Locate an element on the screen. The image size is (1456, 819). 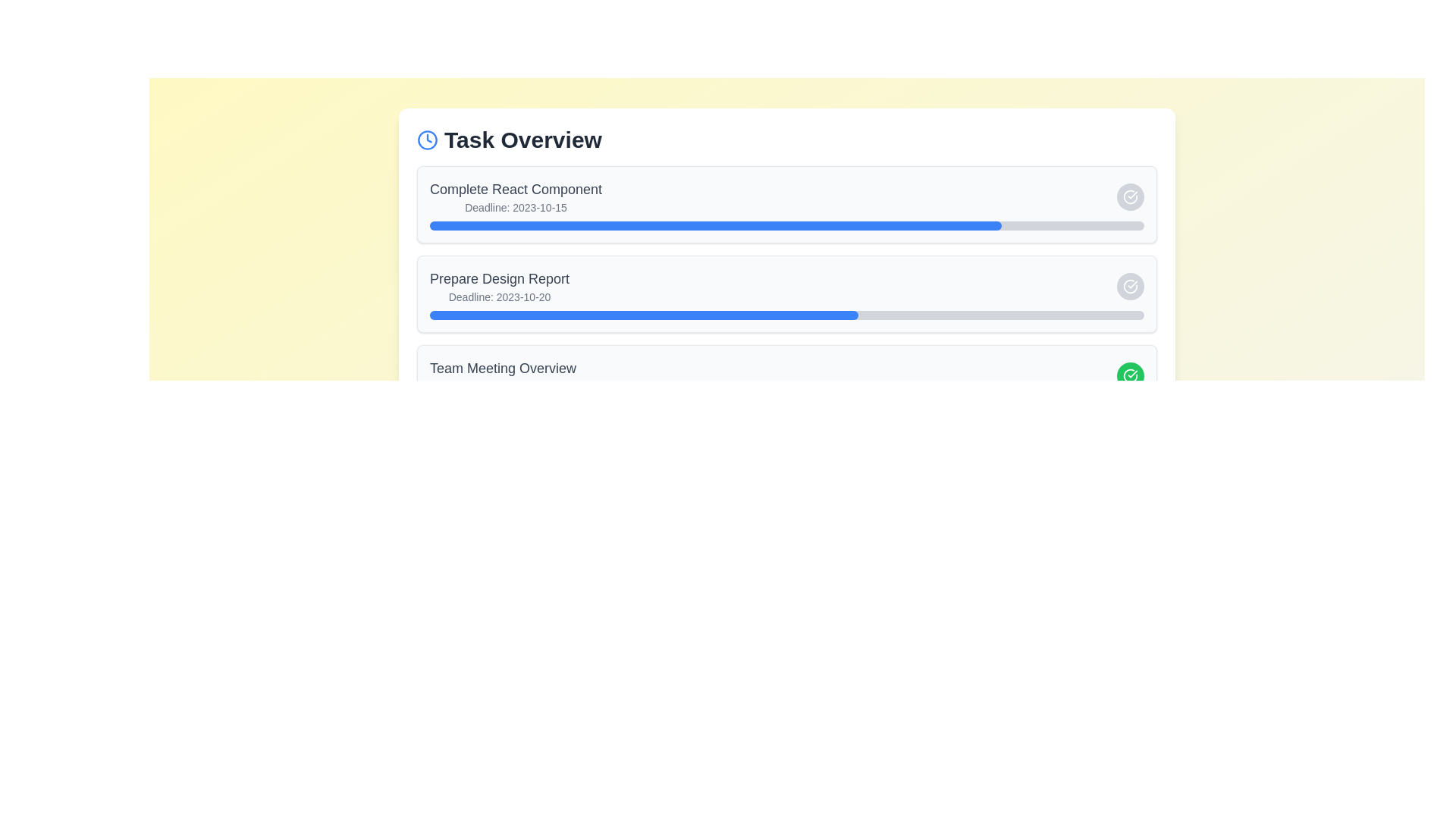
the progress bar segment representing 80% completion of the 'Complete React Component' task within the 'Task Overview' section is located at coordinates (714, 225).